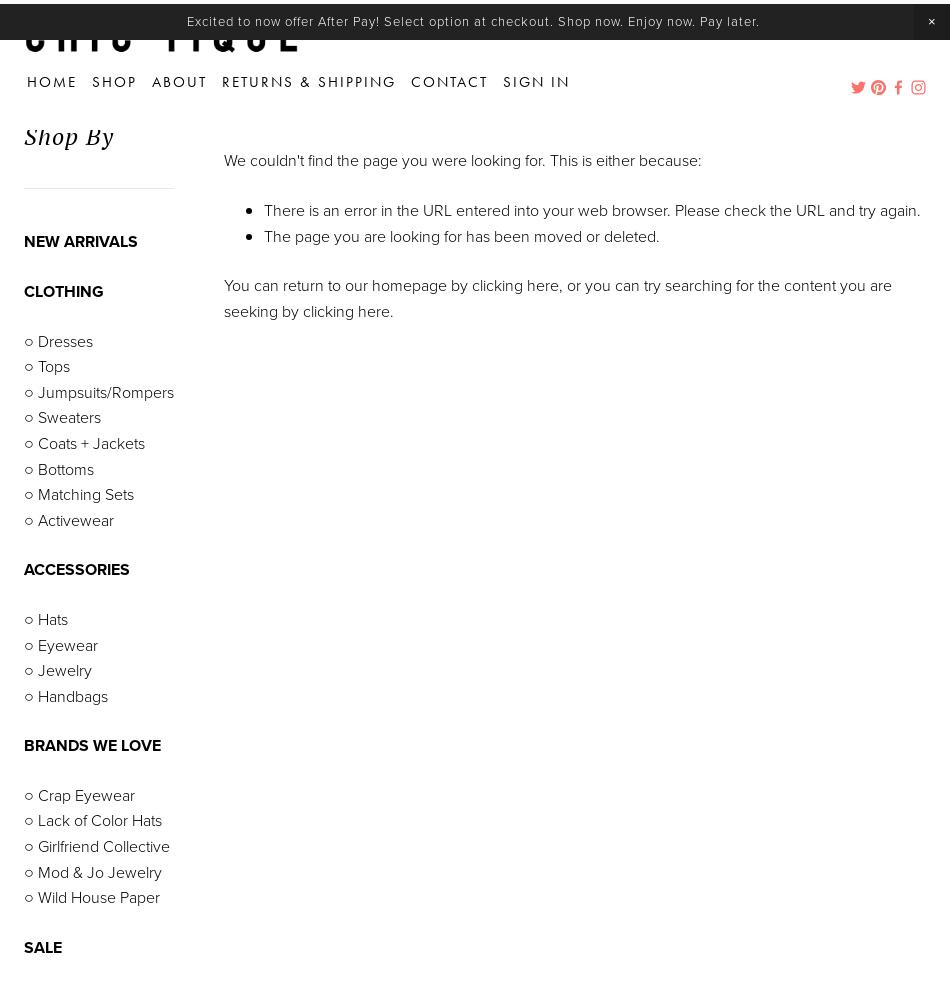 The width and height of the screenshot is (950, 1000). What do you see at coordinates (53, 365) in the screenshot?
I see `'Tops'` at bounding box center [53, 365].